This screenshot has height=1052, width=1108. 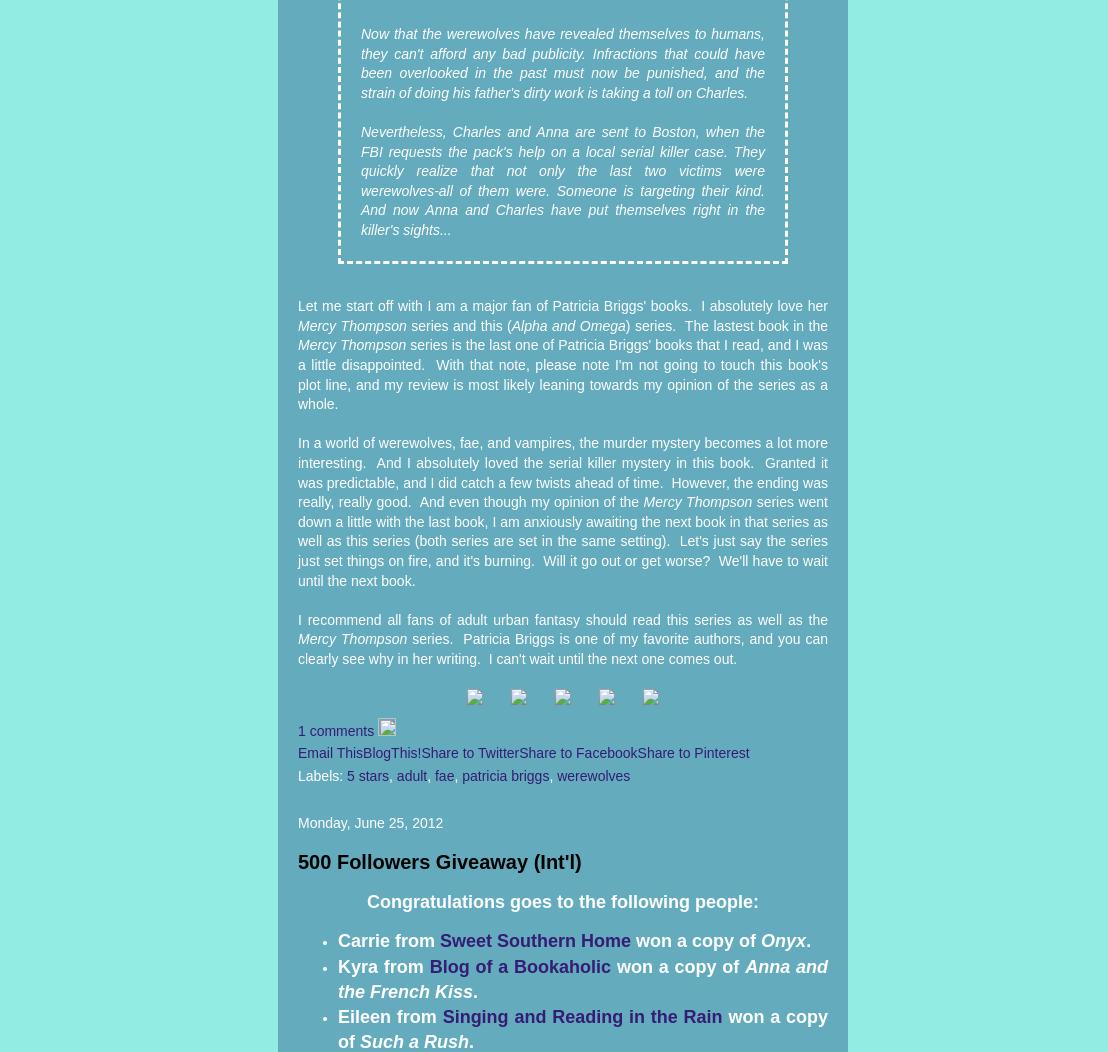 What do you see at coordinates (442, 774) in the screenshot?
I see `'fae'` at bounding box center [442, 774].